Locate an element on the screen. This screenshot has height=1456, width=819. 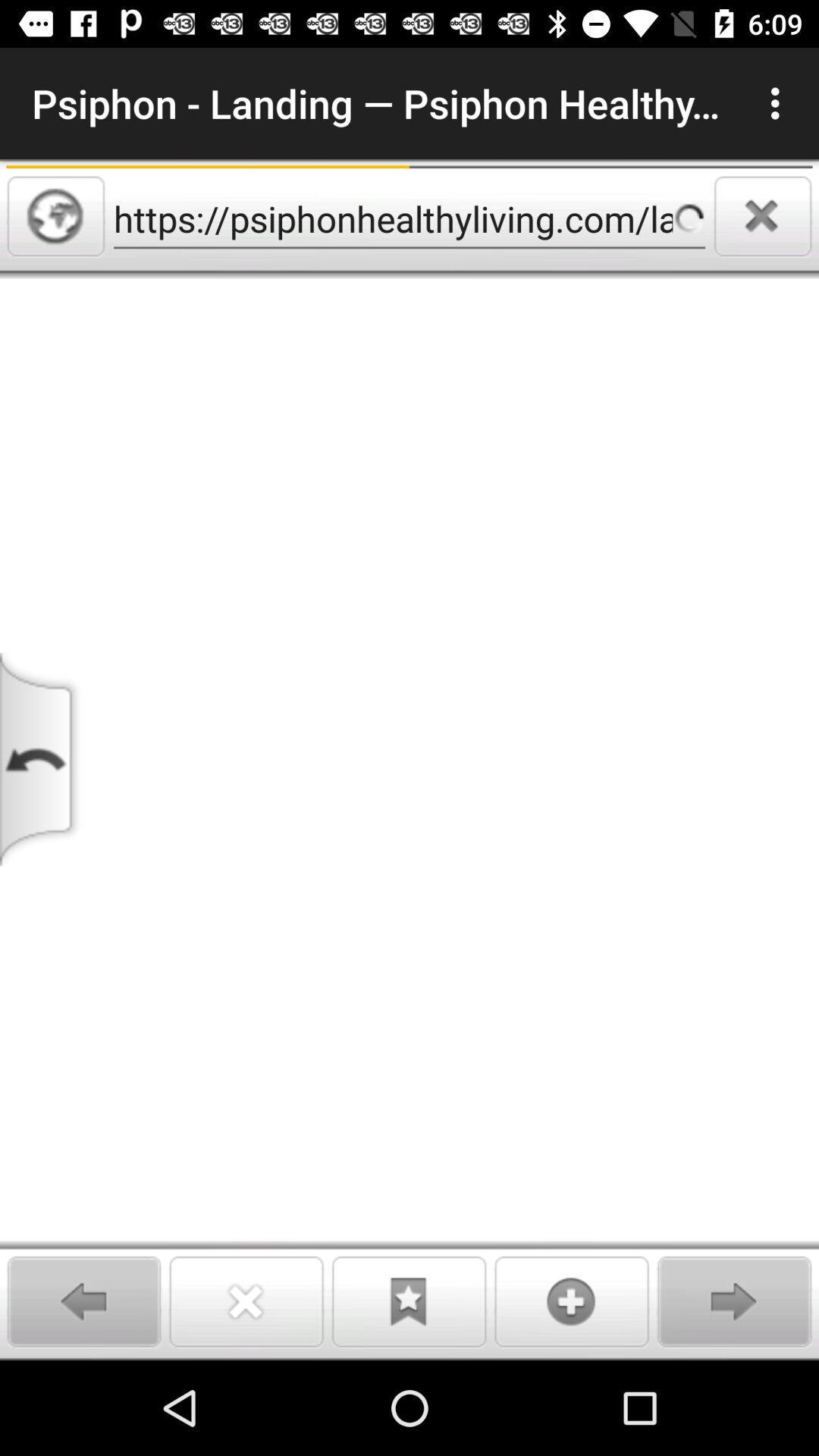
the close icon is located at coordinates (763, 215).